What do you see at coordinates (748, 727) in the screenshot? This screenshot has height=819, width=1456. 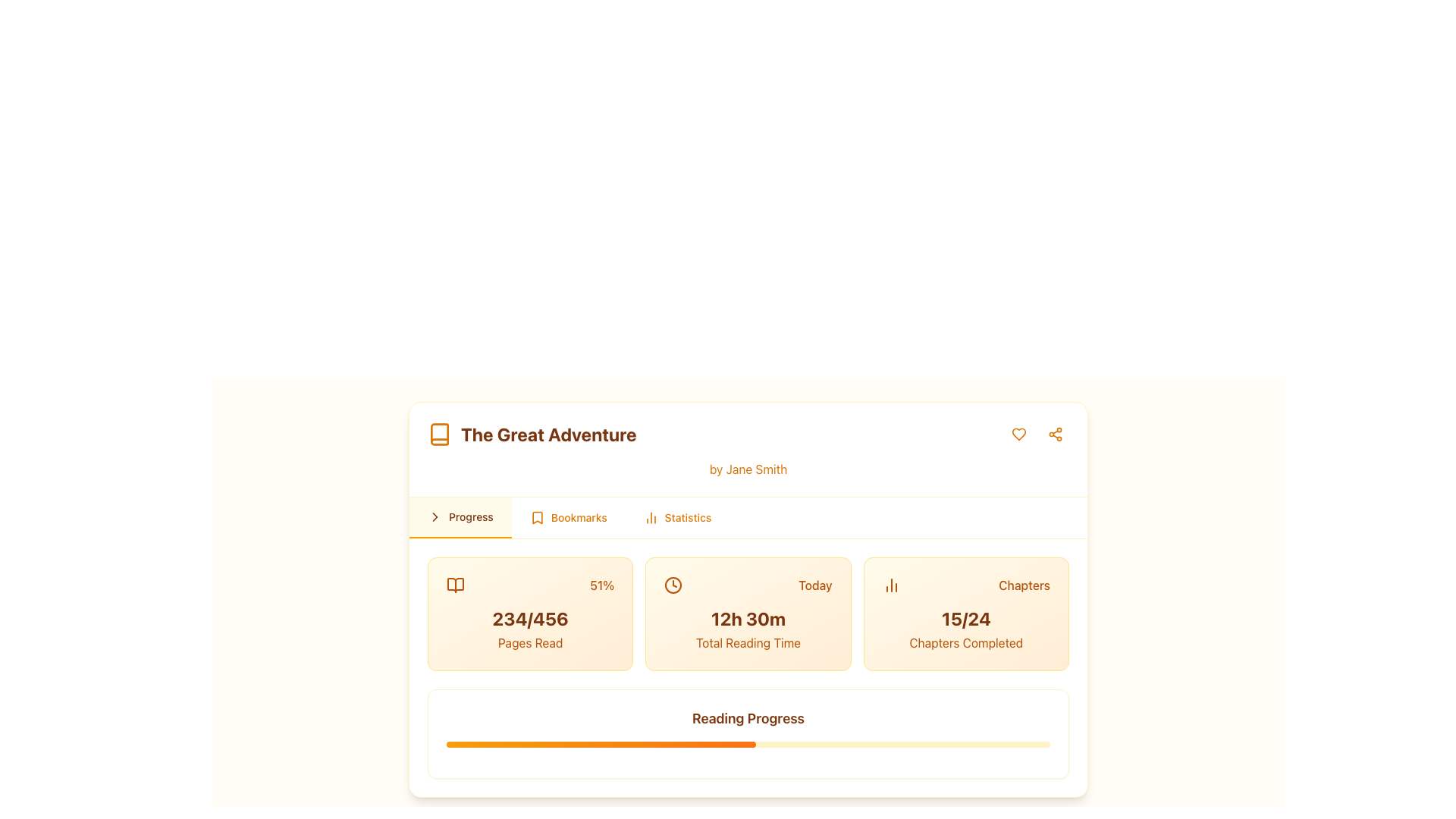 I see `the progress bar or its title to interact with the reading progress indicator, which visually represents the user's current reading status` at bounding box center [748, 727].